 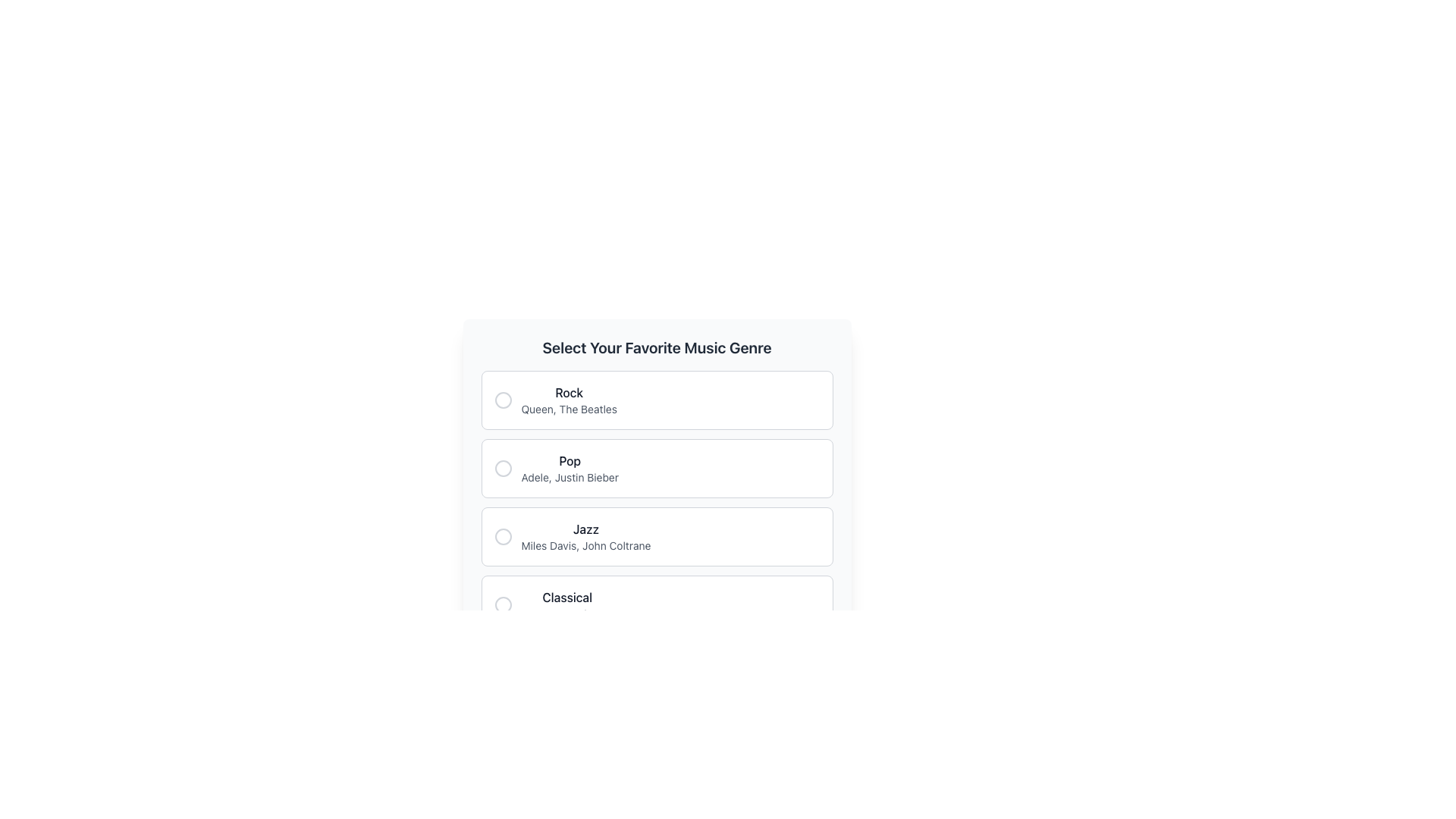 What do you see at coordinates (585, 529) in the screenshot?
I see `the Text Label displaying 'Jazz', which is the third selection option in the music genre list, located between 'Pop' and 'Classical'` at bounding box center [585, 529].